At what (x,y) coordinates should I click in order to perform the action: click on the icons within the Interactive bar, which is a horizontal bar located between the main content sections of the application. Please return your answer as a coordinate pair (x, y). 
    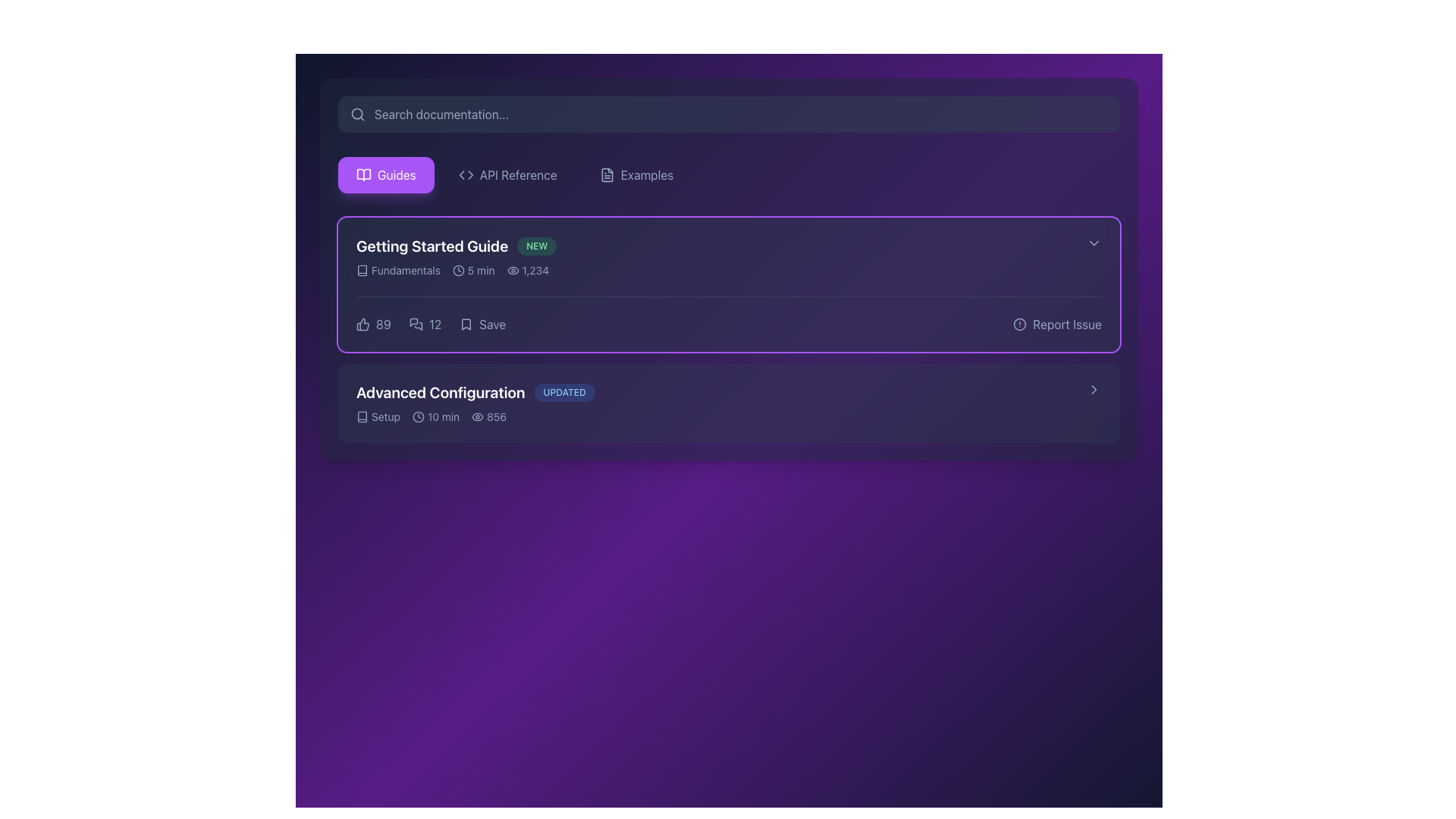
    Looking at the image, I should click on (729, 324).